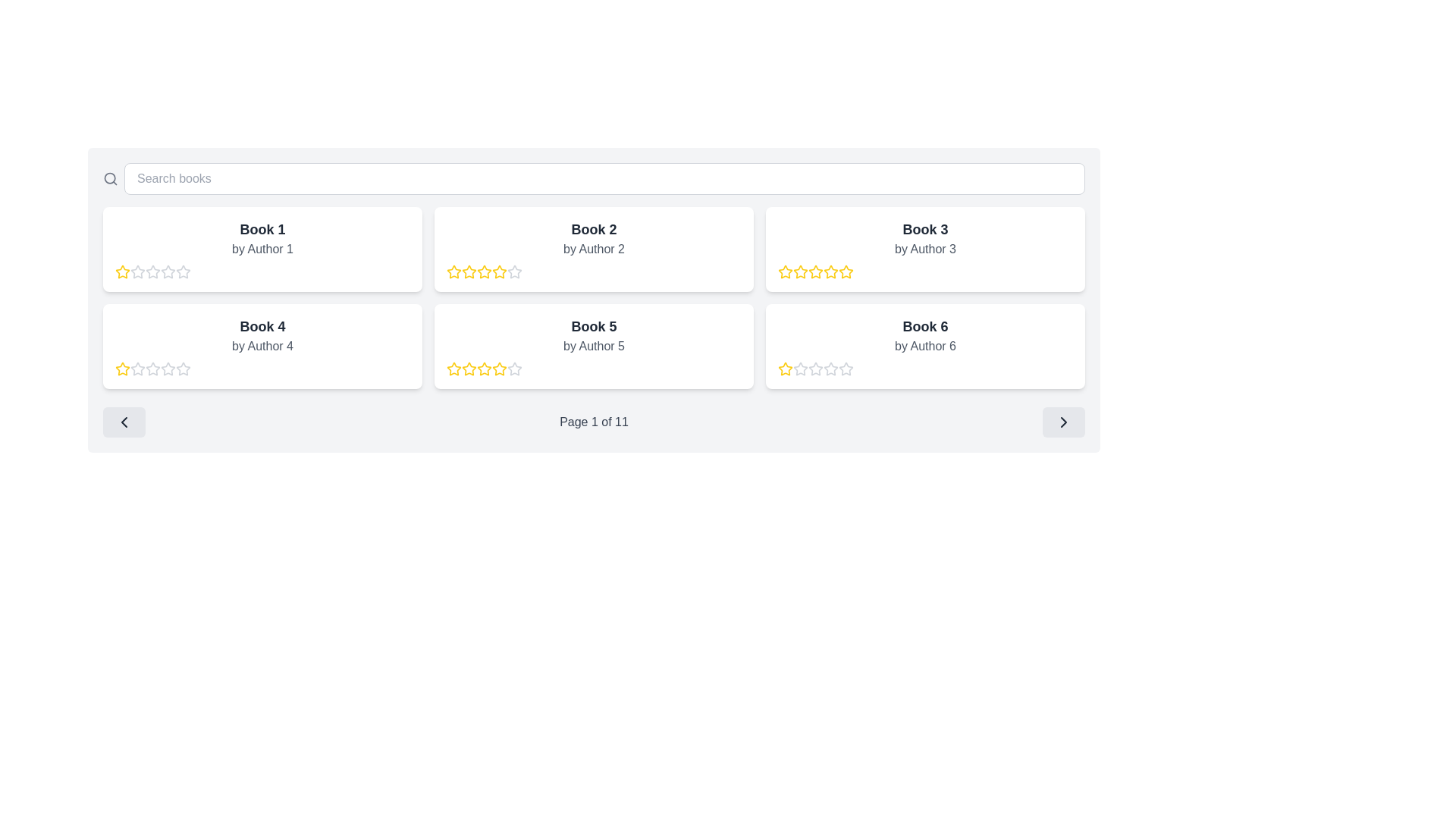 This screenshot has width=1456, height=819. I want to click on the third yellow star icon in the five-star rating system for 'Book 5' by 'Author 5', so click(499, 369).